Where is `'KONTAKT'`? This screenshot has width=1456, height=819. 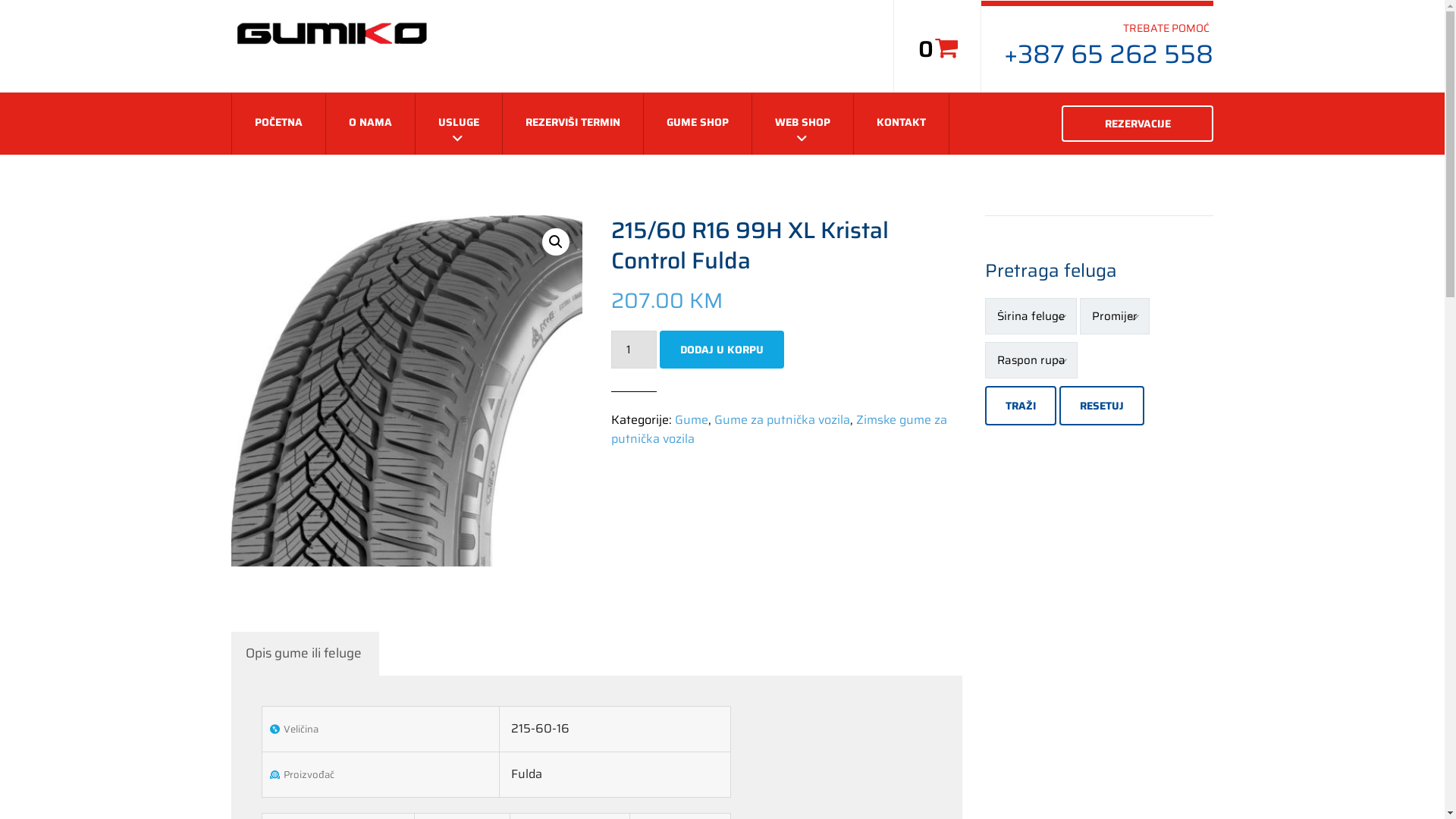
'KONTAKT' is located at coordinates (852, 122).